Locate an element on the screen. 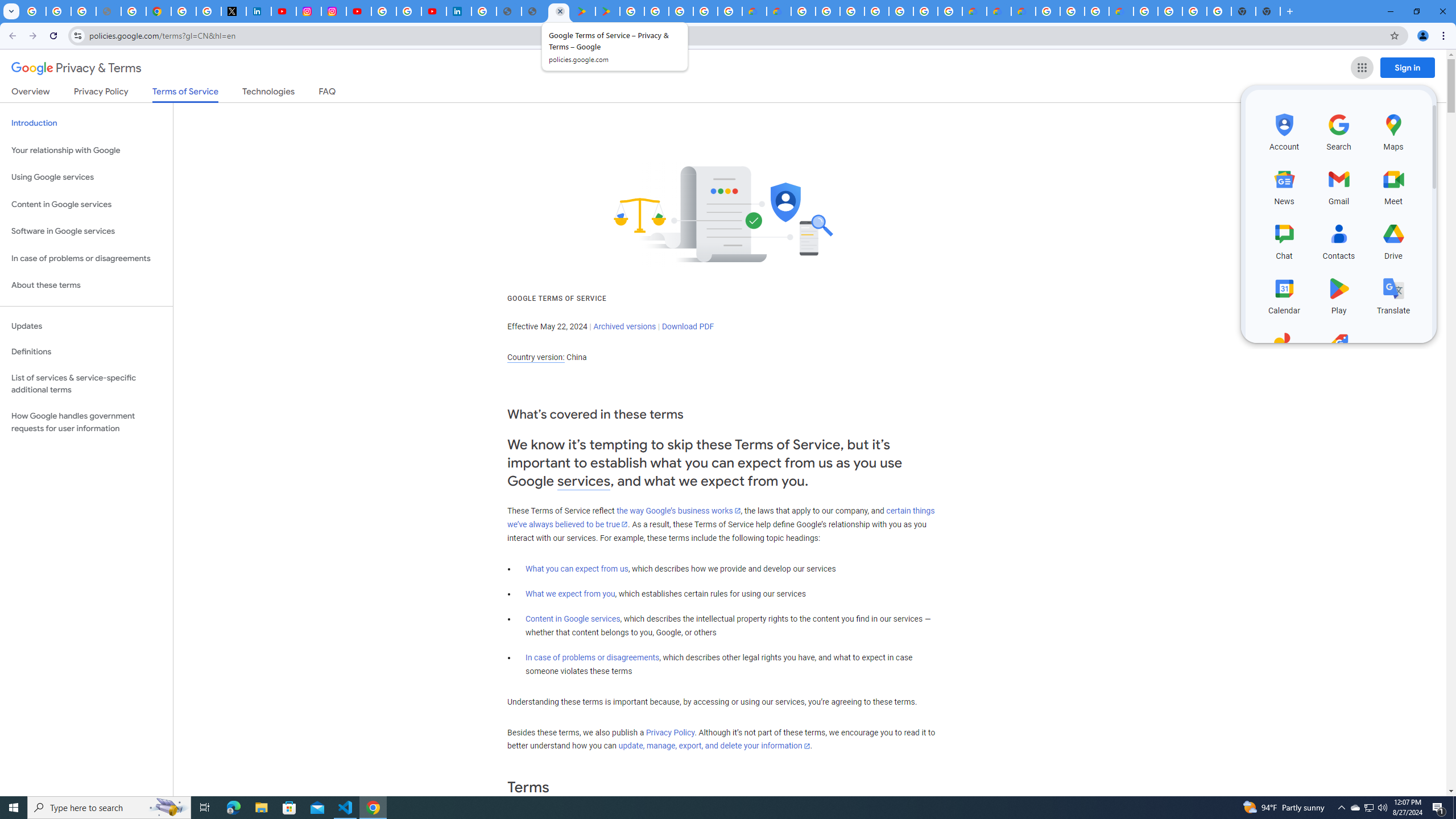 The image size is (1456, 819). 'Content in Google services' is located at coordinates (572, 618).